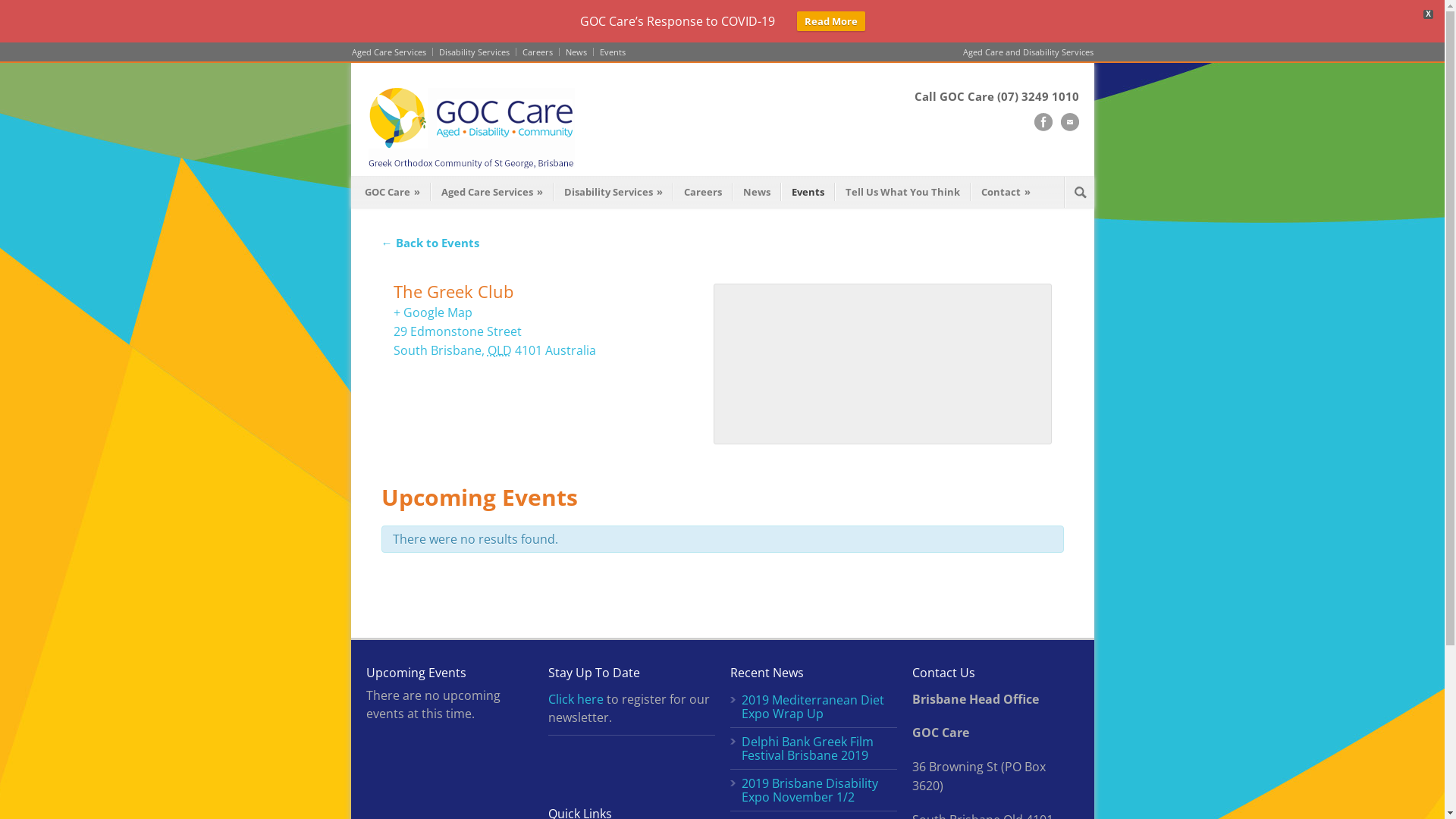  I want to click on '2019 Mediterranean Diet Expo Wrap Up', so click(811, 707).